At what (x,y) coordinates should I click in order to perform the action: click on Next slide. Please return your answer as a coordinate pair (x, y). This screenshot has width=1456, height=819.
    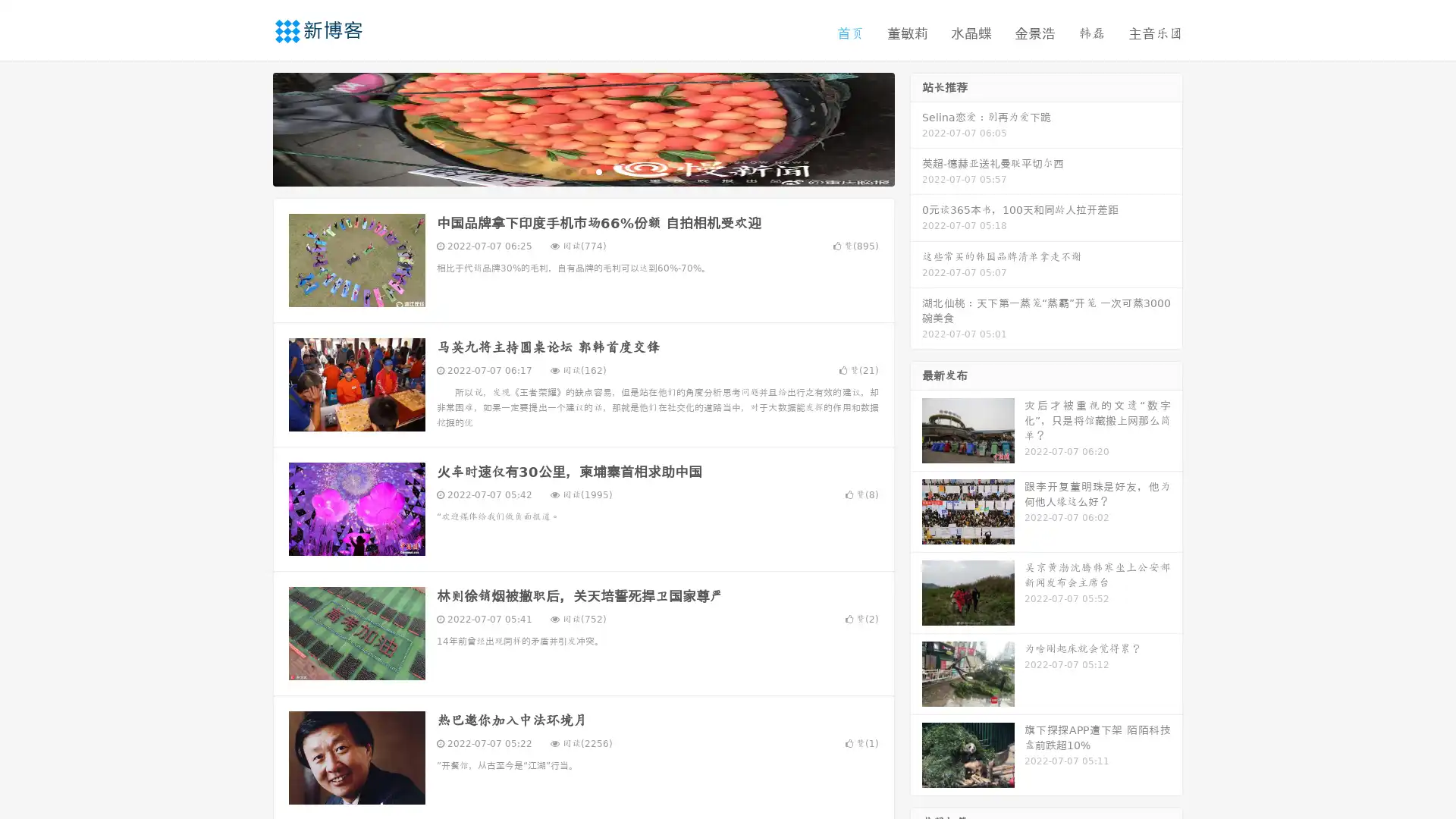
    Looking at the image, I should click on (916, 127).